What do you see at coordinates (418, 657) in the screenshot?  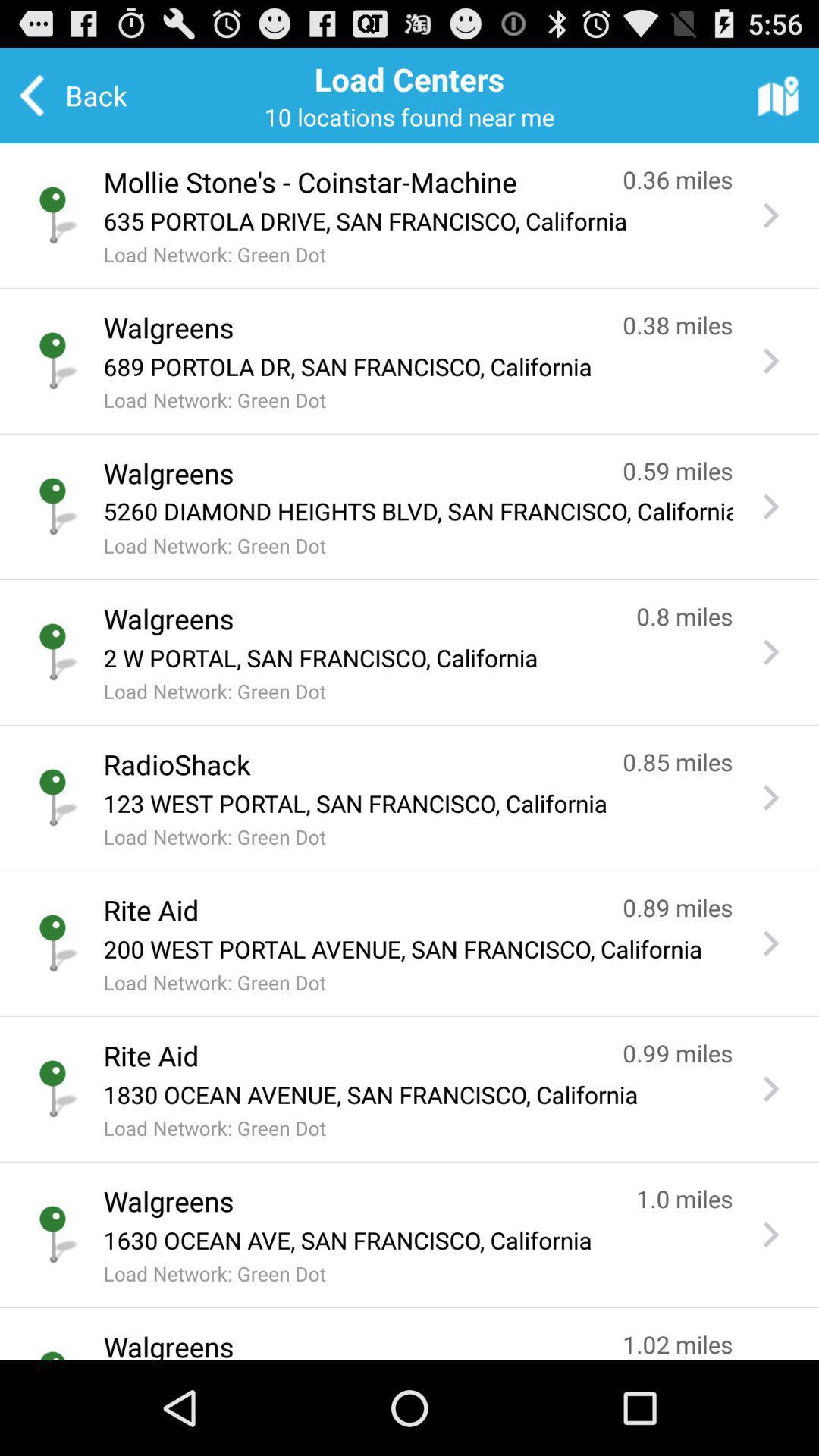 I see `the icon below the walgreens app` at bounding box center [418, 657].